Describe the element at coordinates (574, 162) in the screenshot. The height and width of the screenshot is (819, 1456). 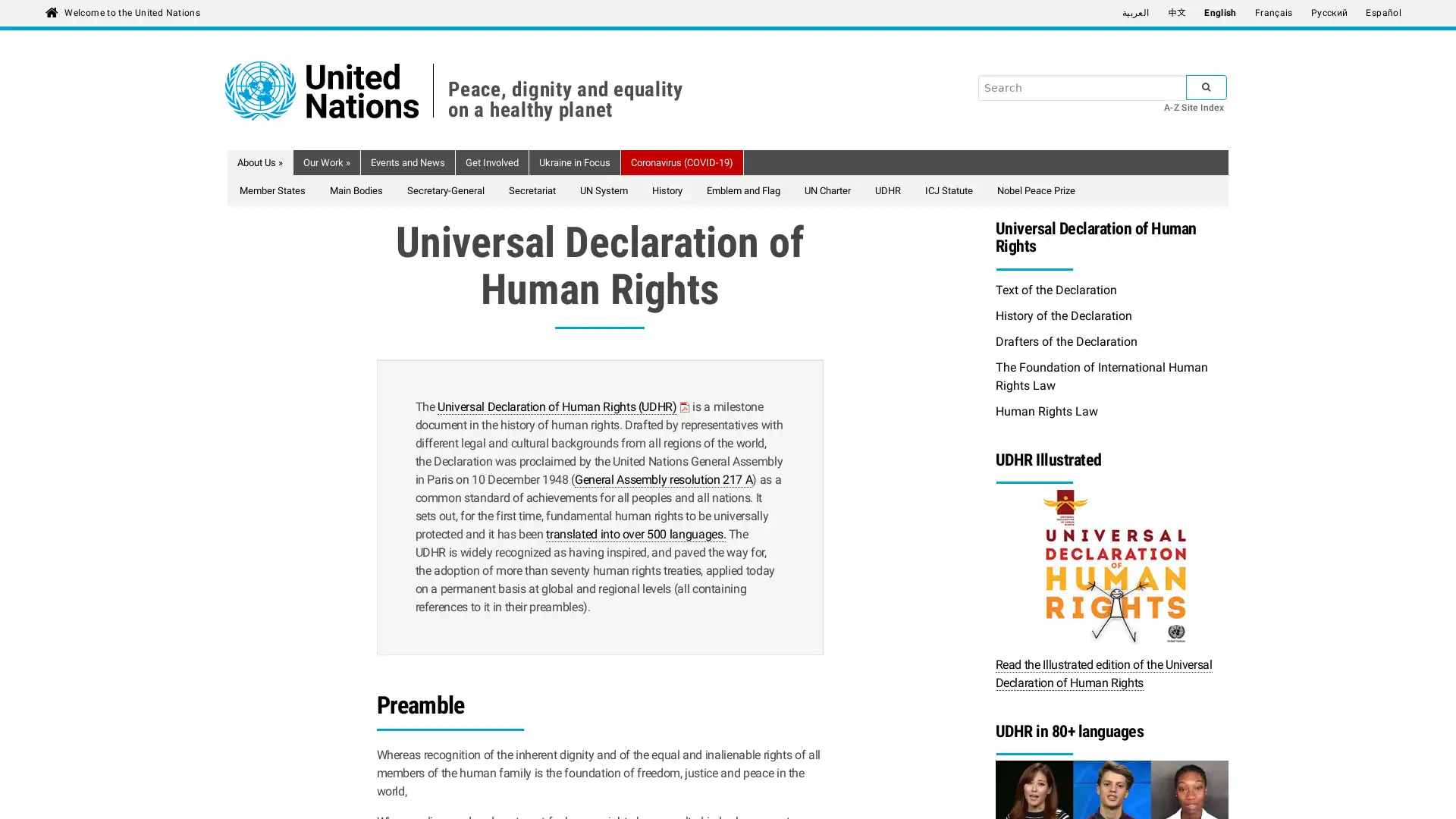
I see `Ukraine in Focus` at that location.